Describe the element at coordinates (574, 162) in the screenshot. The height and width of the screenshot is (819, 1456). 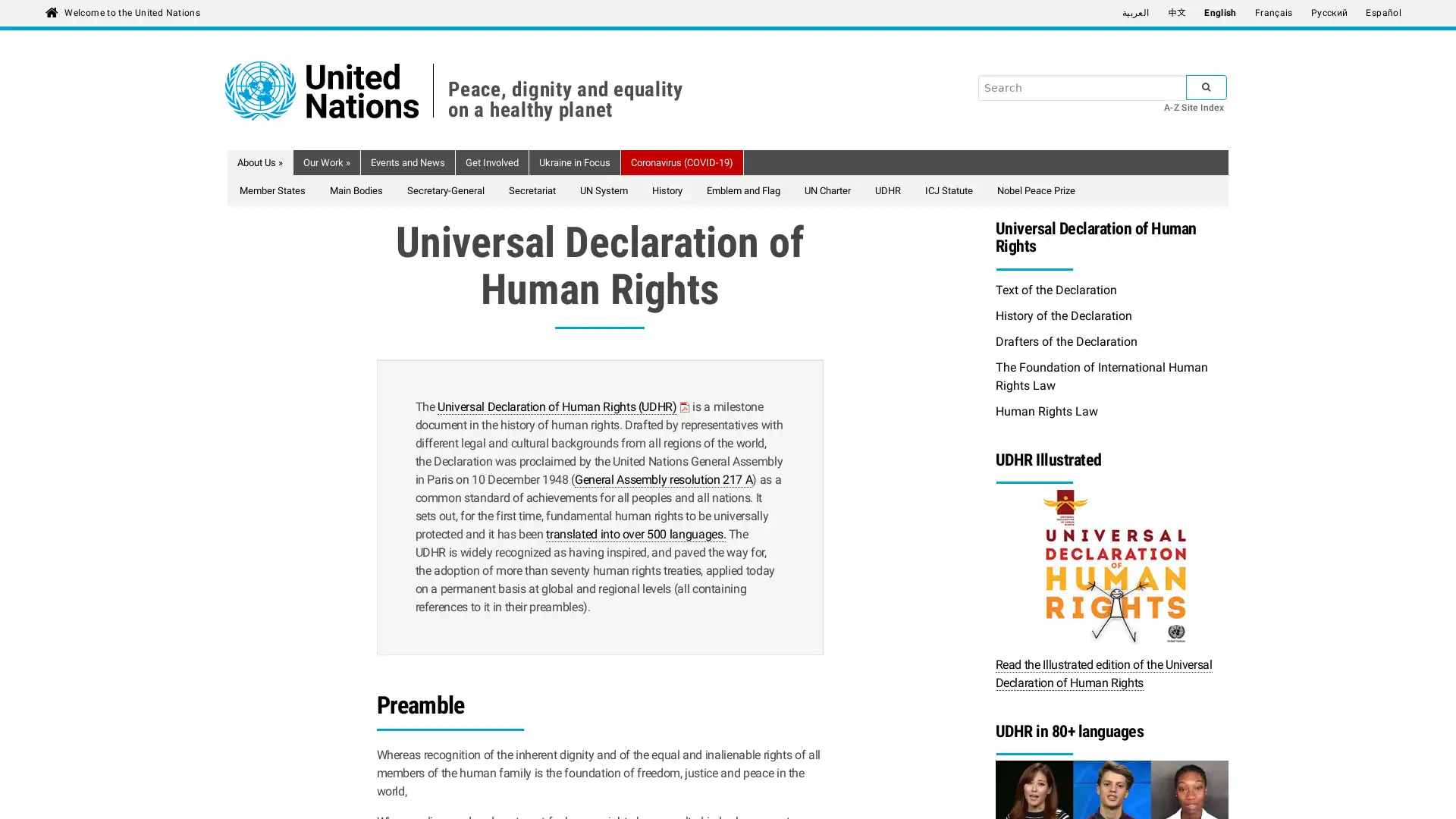
I see `Ukraine in Focus` at that location.